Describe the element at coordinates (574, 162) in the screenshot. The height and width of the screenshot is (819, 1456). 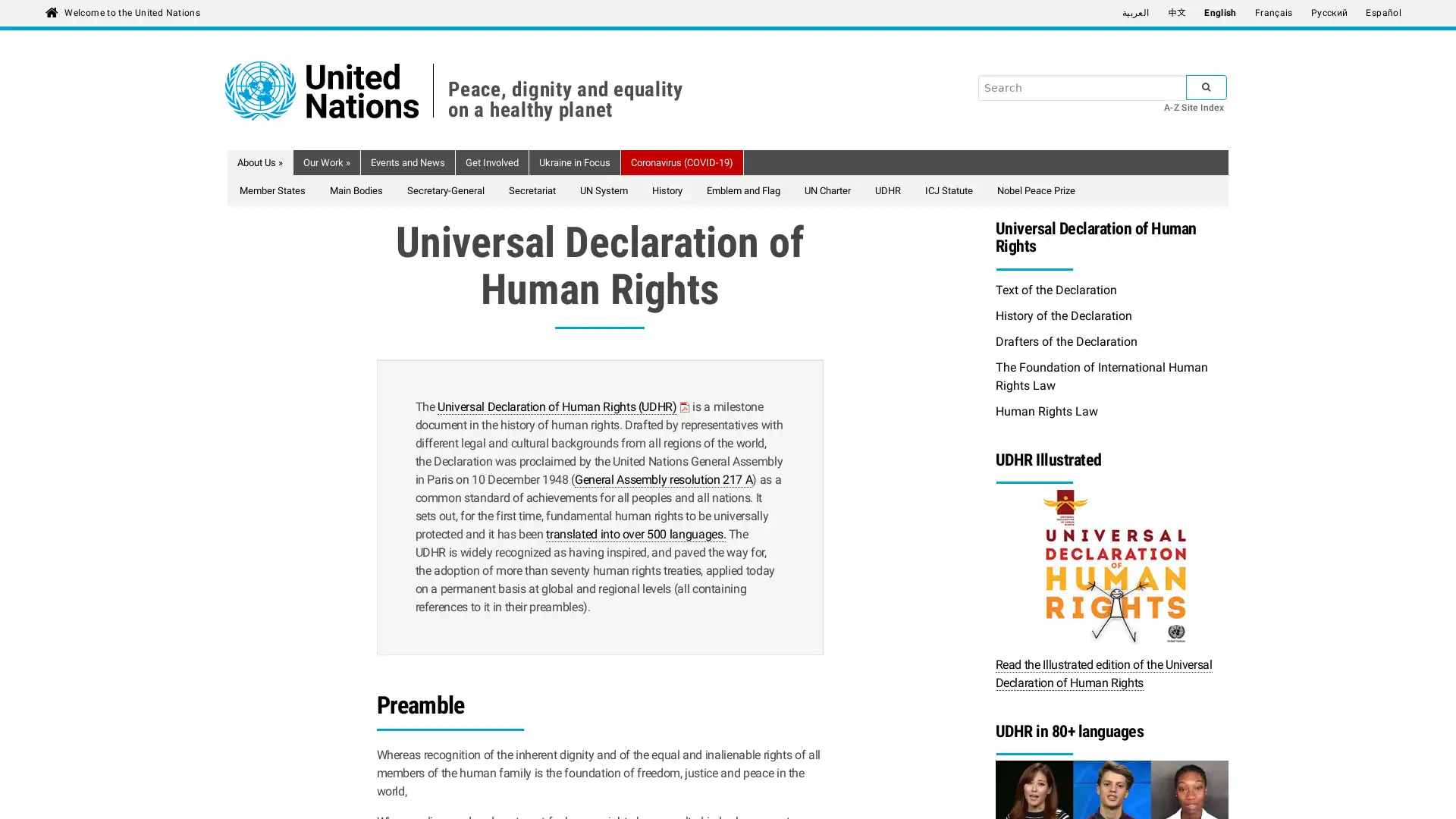
I see `Ukraine in Focus` at that location.